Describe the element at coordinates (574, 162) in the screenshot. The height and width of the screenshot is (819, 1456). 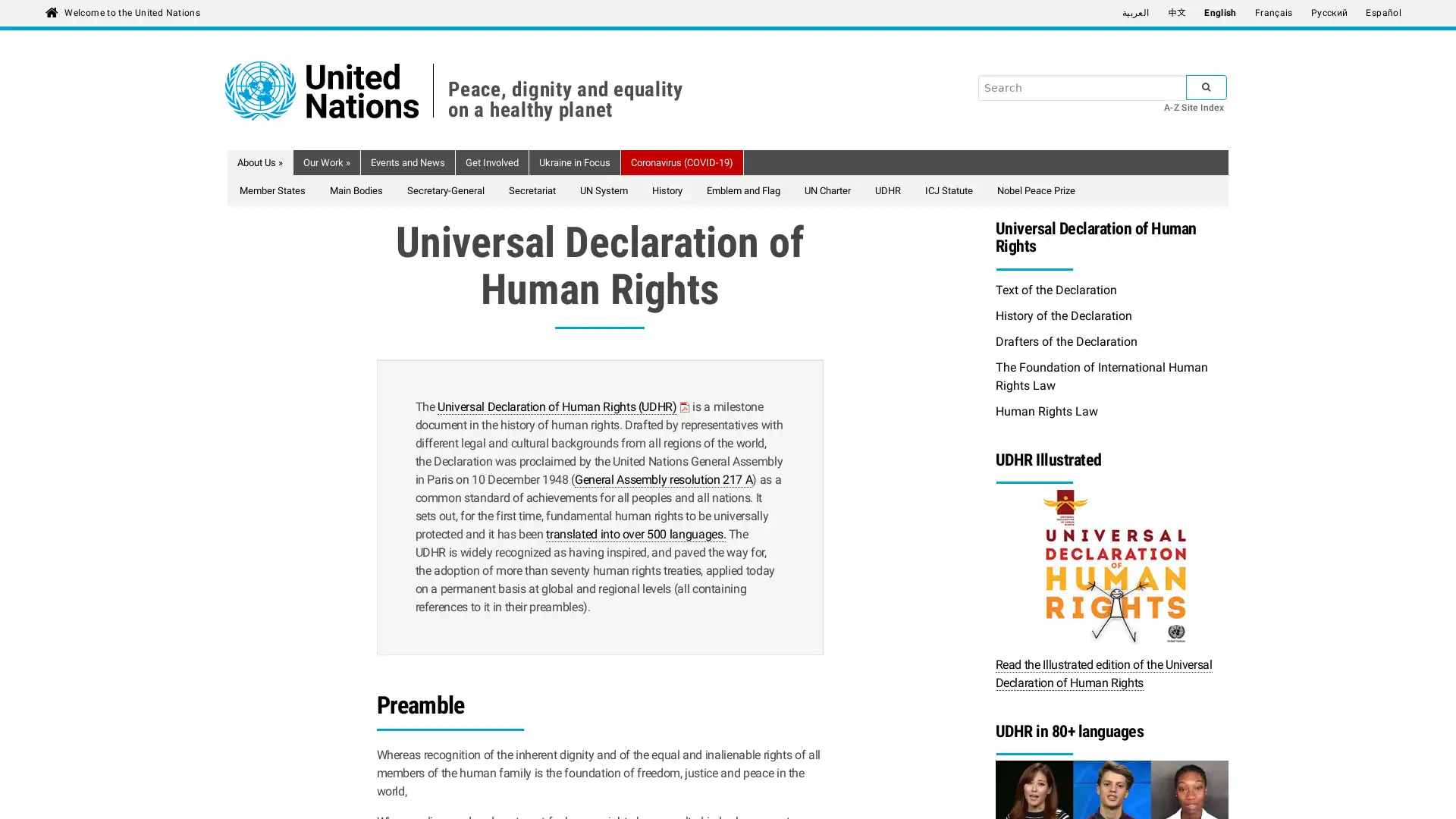
I see `Ukraine in Focus` at that location.